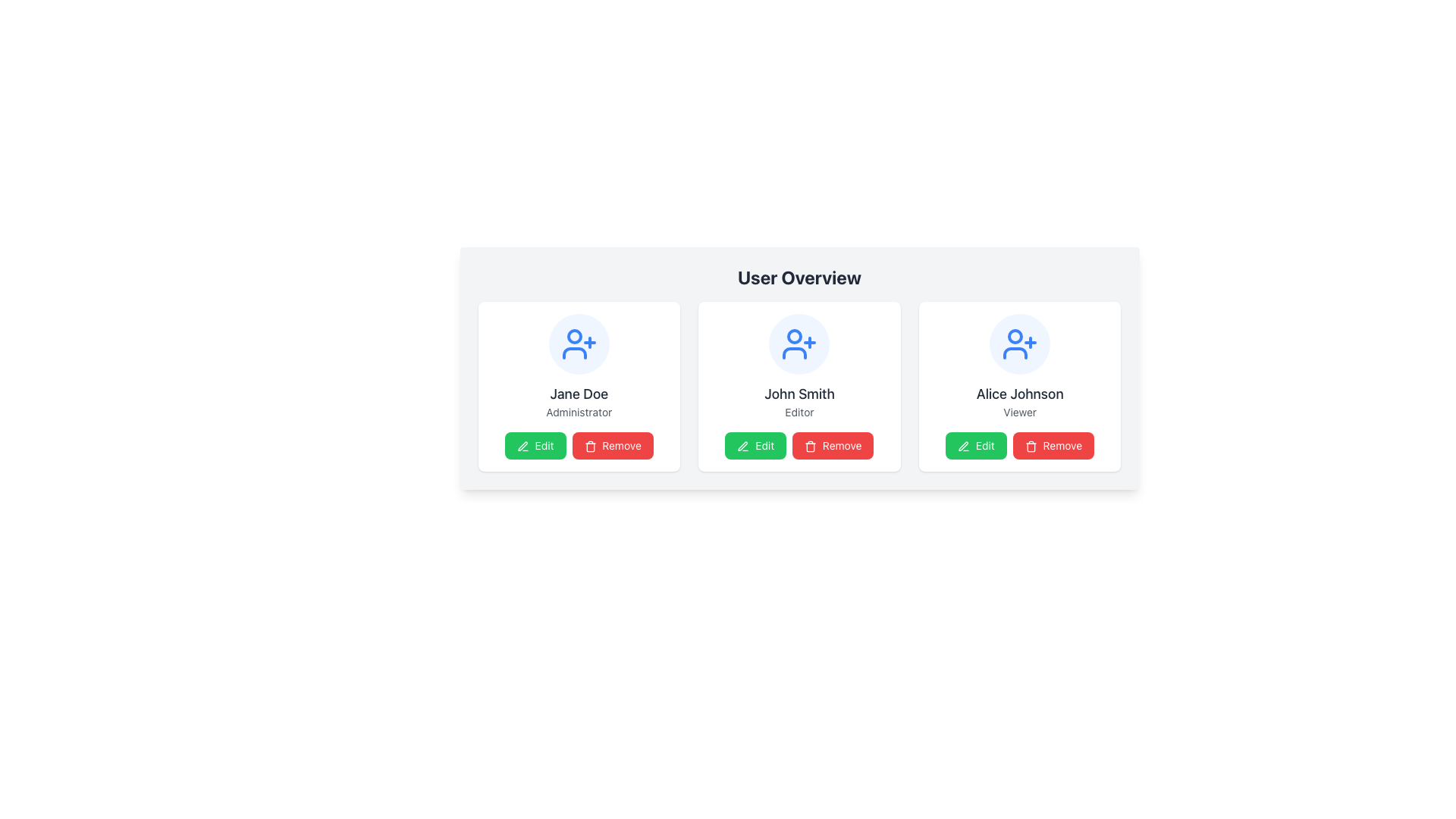 This screenshot has width=1456, height=819. What do you see at coordinates (1020, 344) in the screenshot?
I see `the add user icon located at the center-top area of Alice Johnson's profile card` at bounding box center [1020, 344].